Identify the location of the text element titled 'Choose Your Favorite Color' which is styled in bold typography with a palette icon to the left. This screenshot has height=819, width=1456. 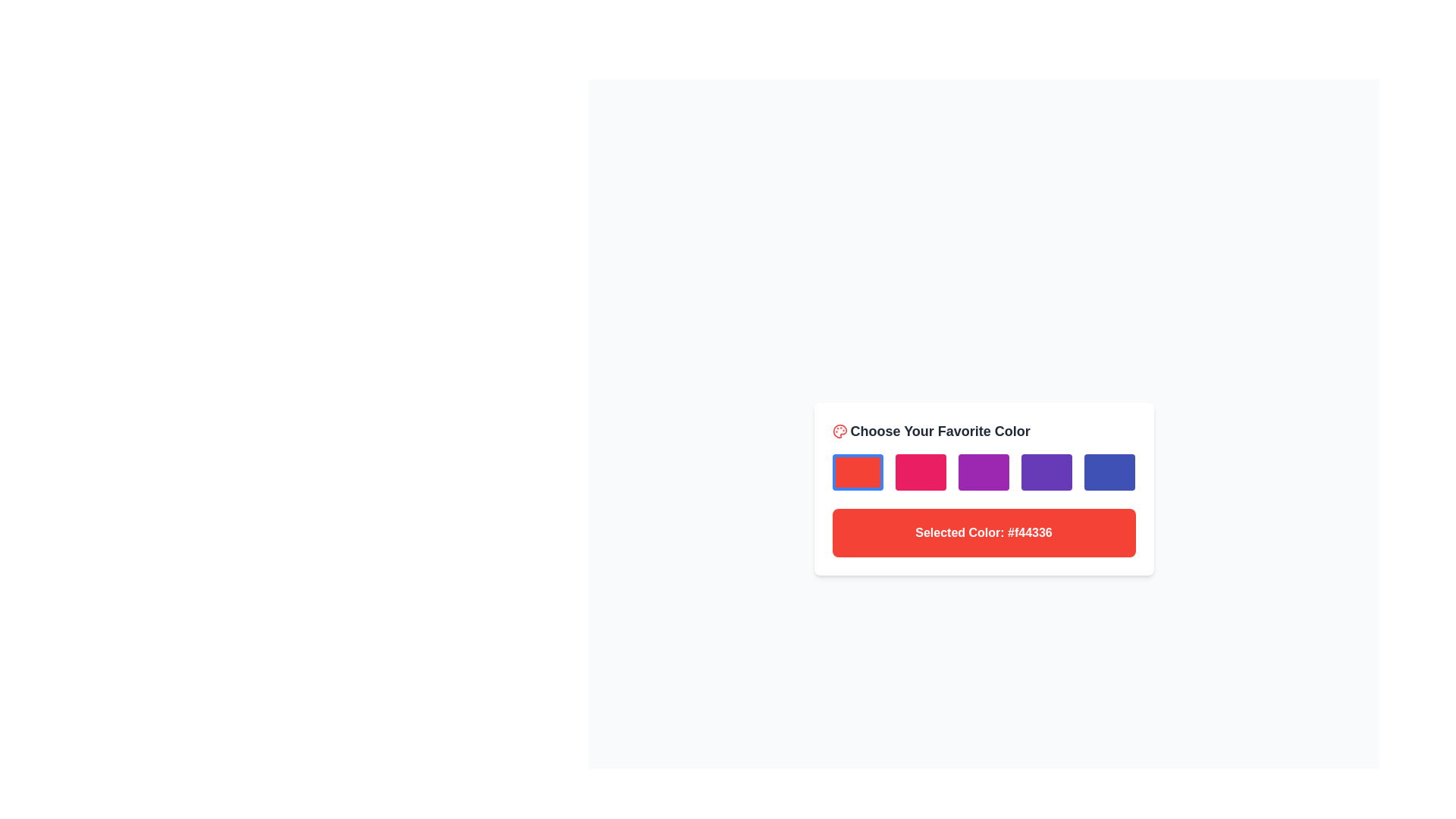
(984, 431).